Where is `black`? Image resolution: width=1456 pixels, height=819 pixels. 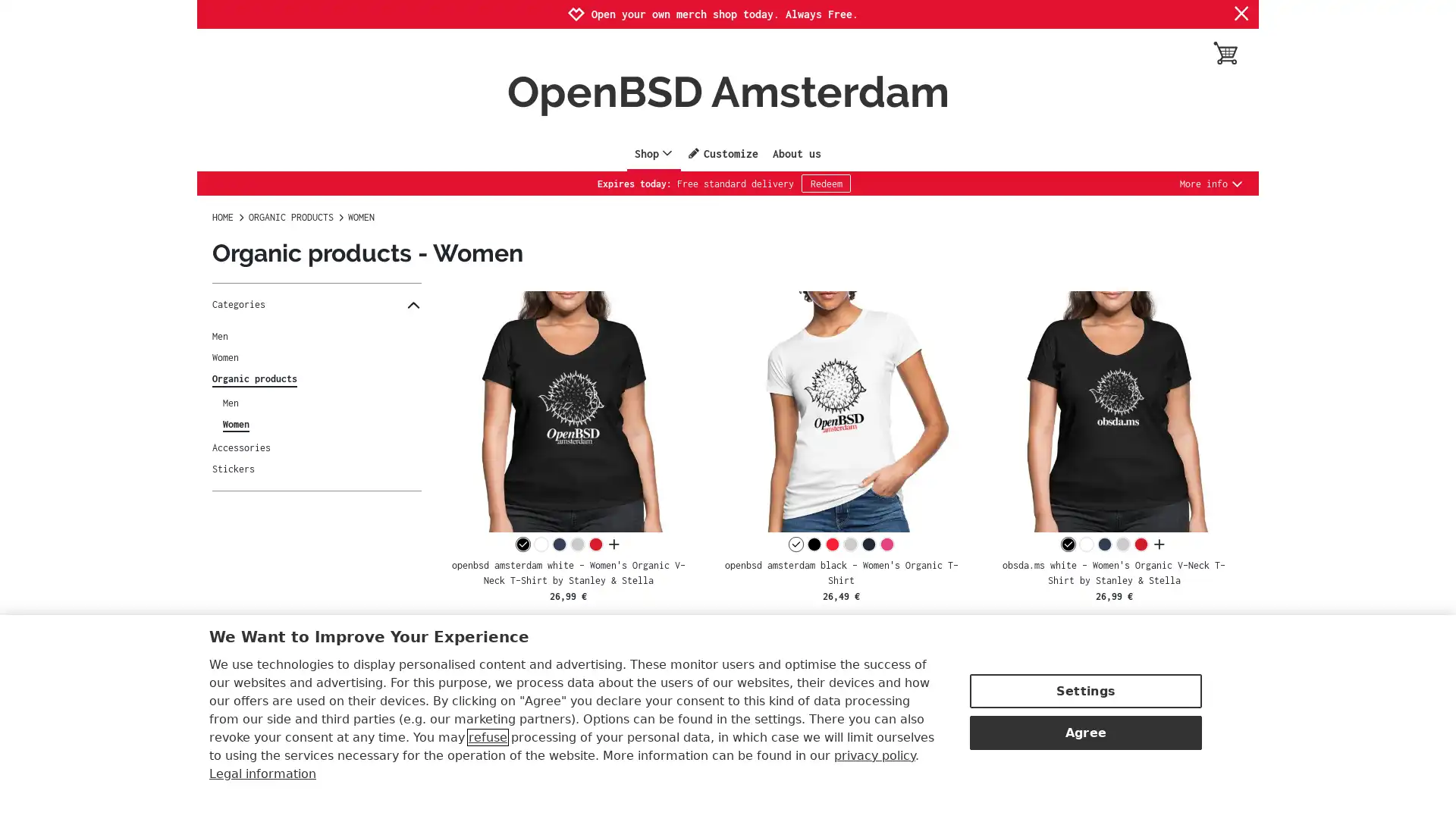 black is located at coordinates (1068, 544).